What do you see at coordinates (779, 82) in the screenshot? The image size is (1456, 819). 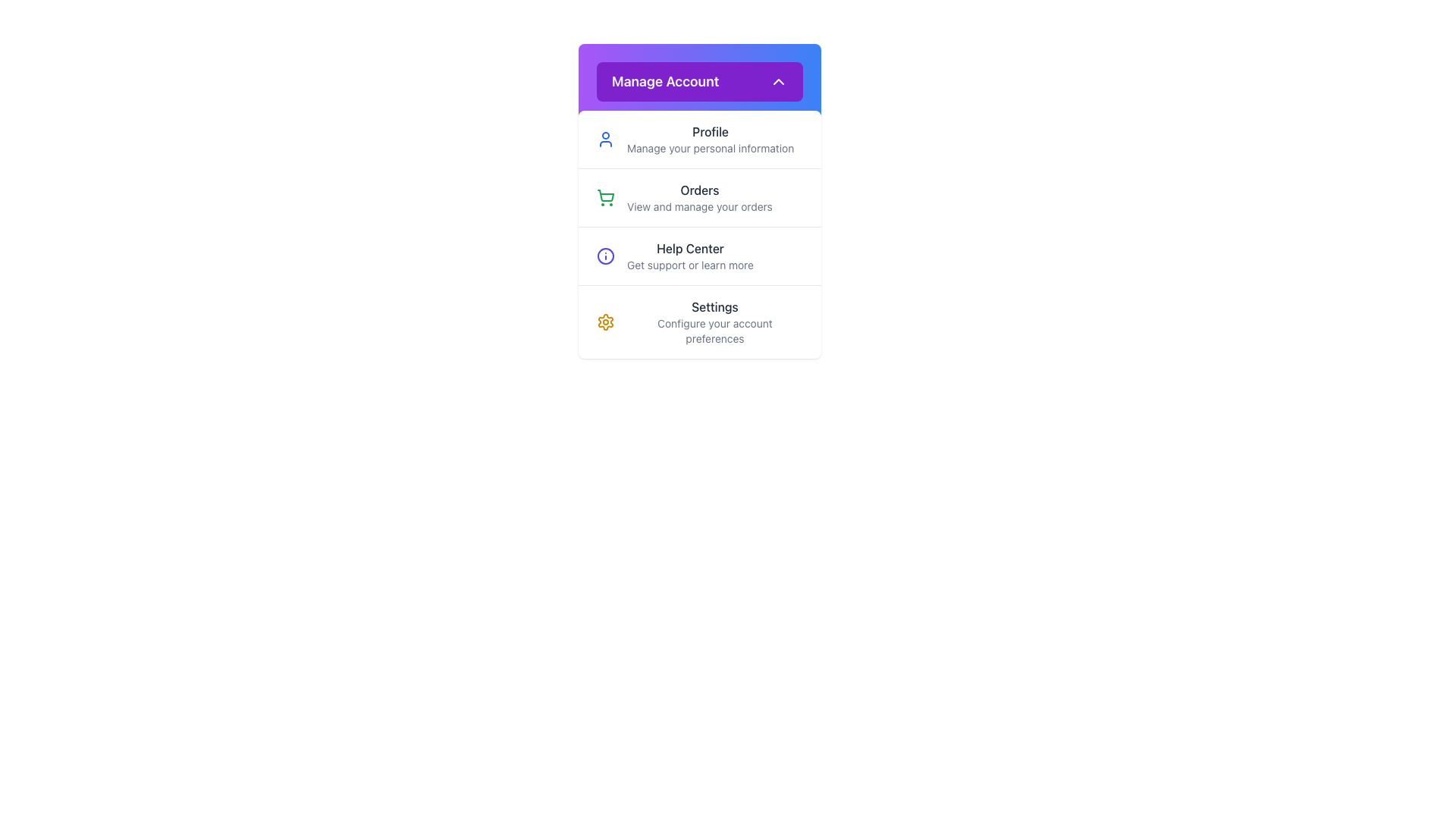 I see `the chevron icon (upward-pointing arrow) in the top-right corner of the 'Manage Account' section` at bounding box center [779, 82].